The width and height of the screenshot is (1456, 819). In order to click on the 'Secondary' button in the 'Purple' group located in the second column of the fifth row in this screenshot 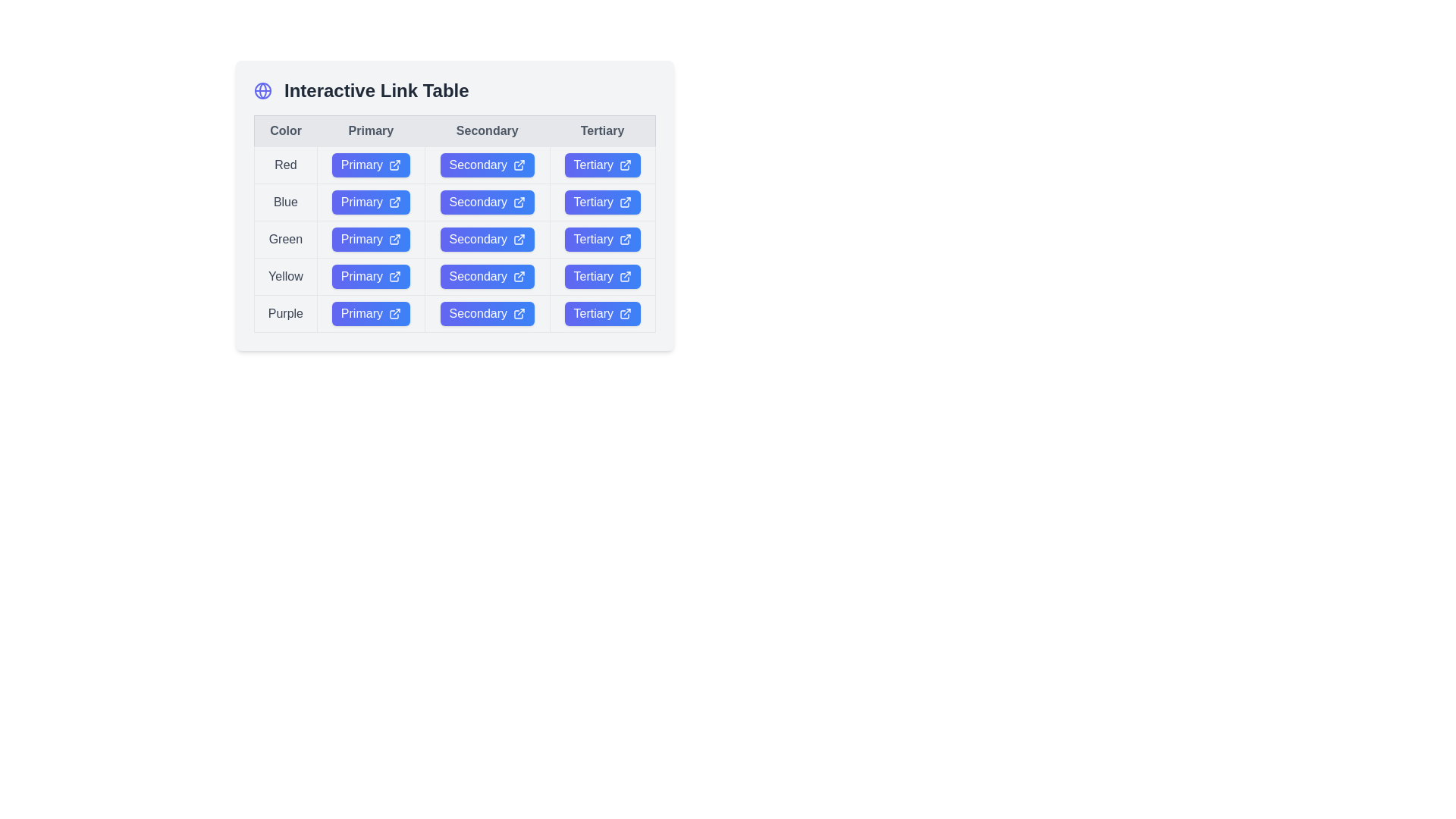, I will do `click(454, 312)`.